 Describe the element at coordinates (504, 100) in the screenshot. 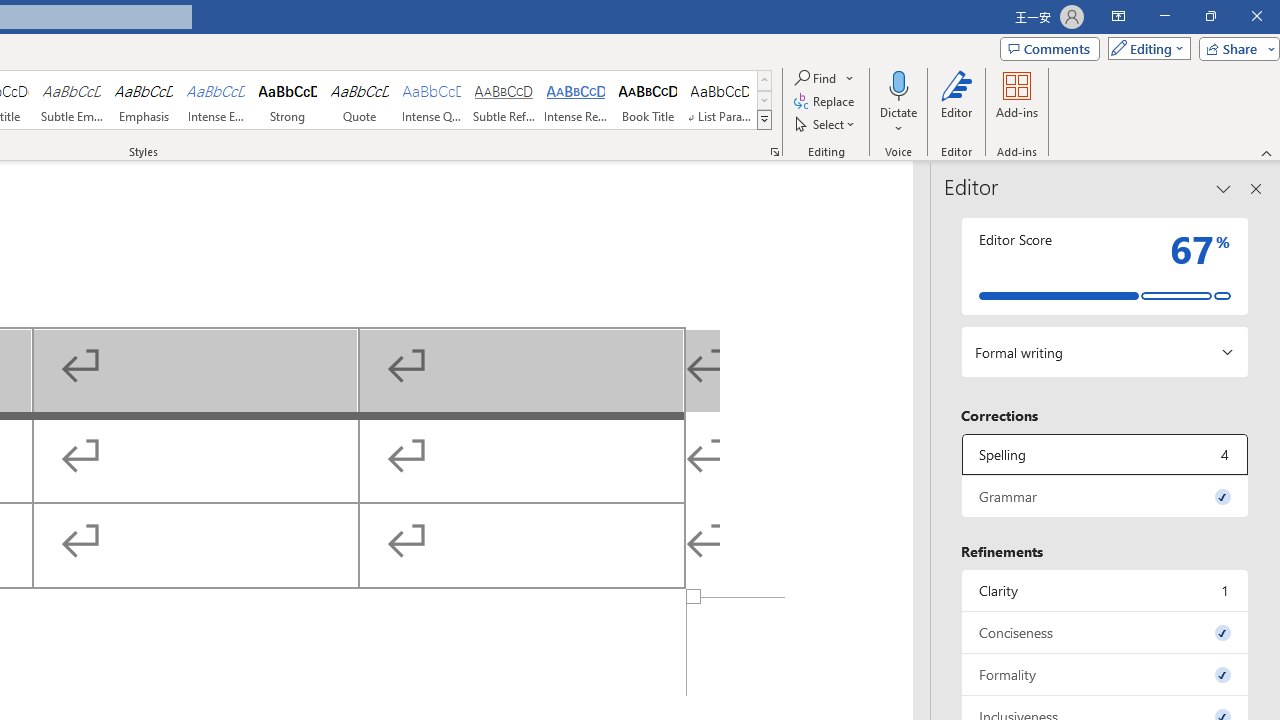

I see `'Subtle Reference'` at that location.